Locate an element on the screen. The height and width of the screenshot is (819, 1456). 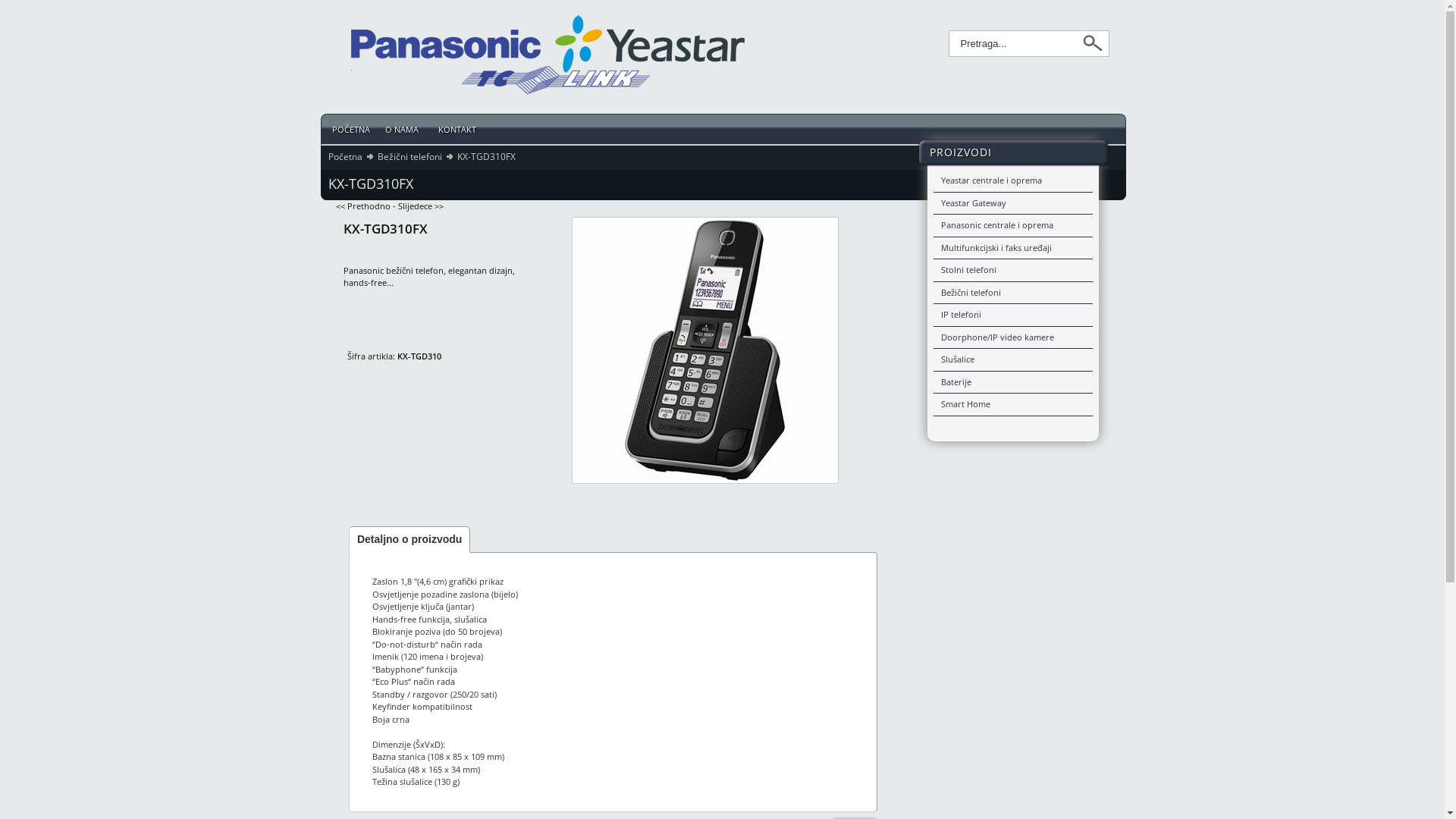
'Panasonic centrale i oprema' is located at coordinates (1012, 225).